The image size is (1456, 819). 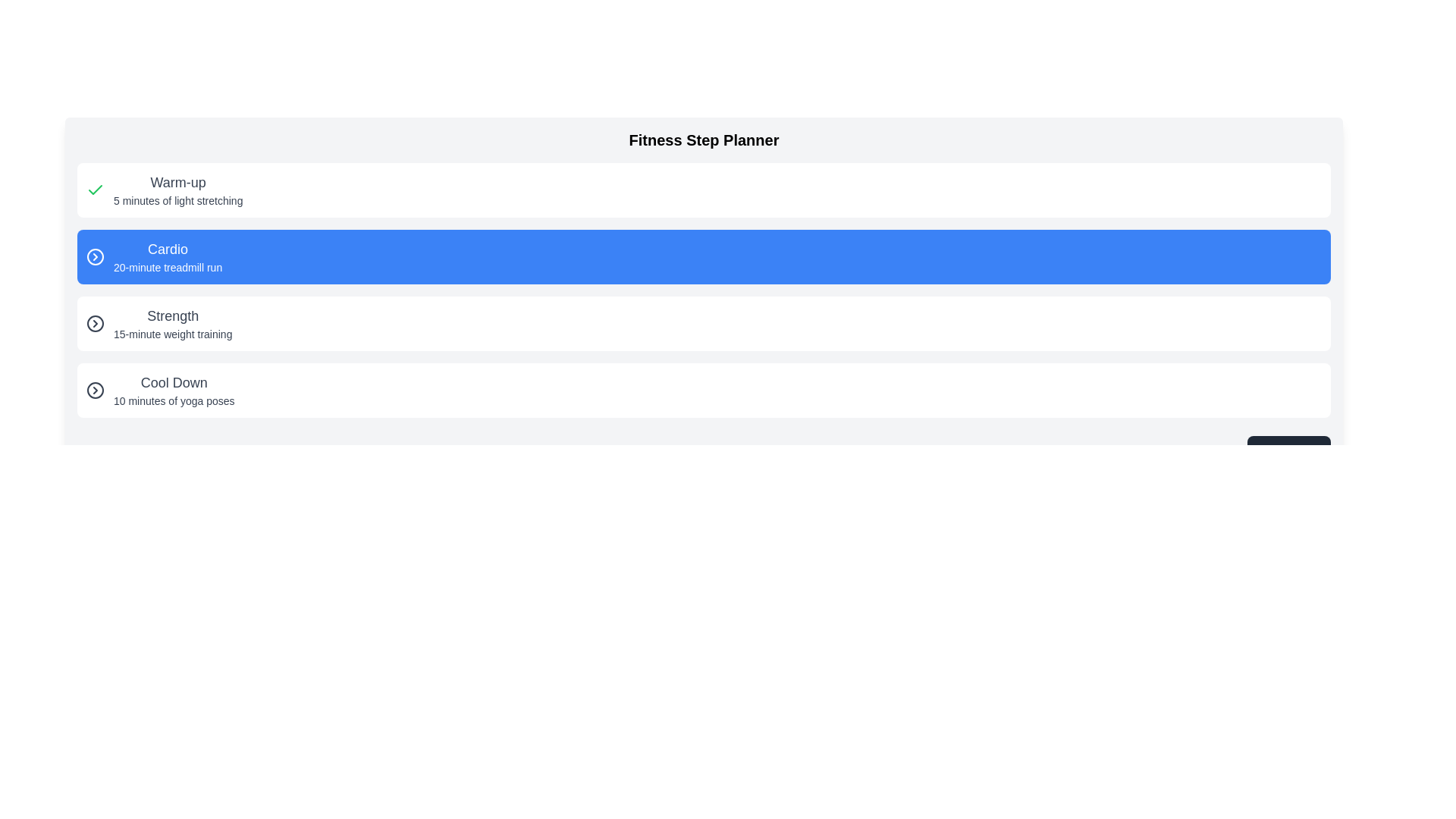 What do you see at coordinates (94, 390) in the screenshot?
I see `the circular border element in the navigation control` at bounding box center [94, 390].